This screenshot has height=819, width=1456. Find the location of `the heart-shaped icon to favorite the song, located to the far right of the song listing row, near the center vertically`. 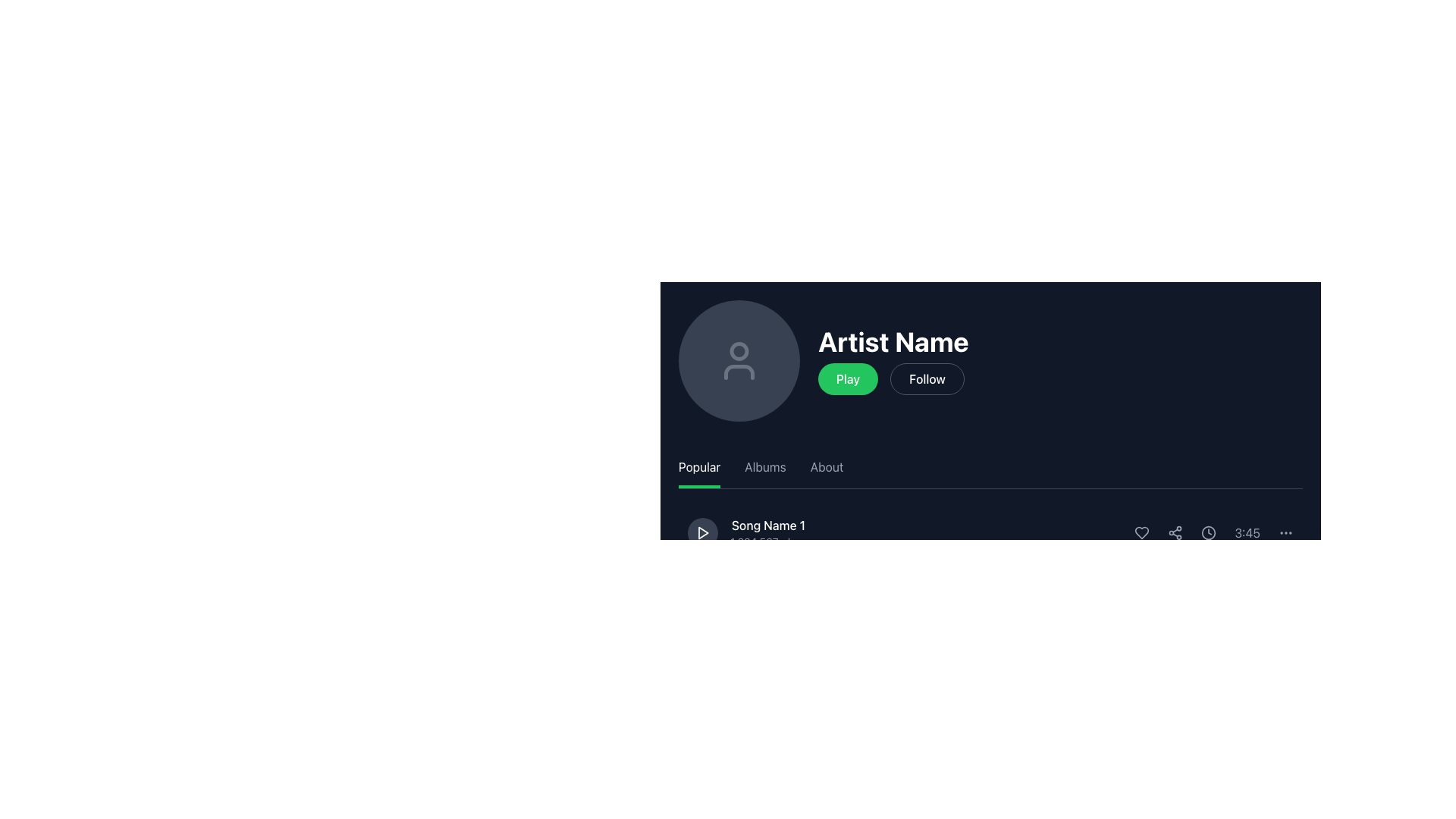

the heart-shaped icon to favorite the song, located to the far right of the song listing row, near the center vertically is located at coordinates (1142, 532).